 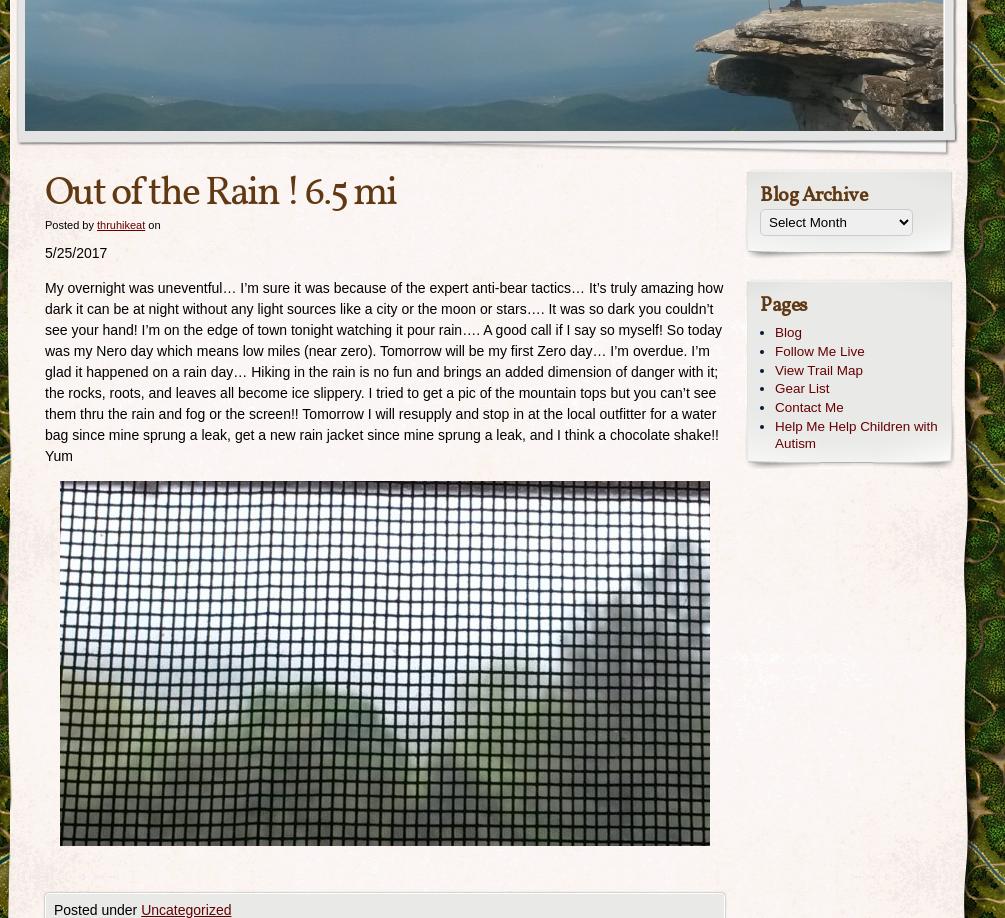 I want to click on 'on', so click(x=152, y=225).